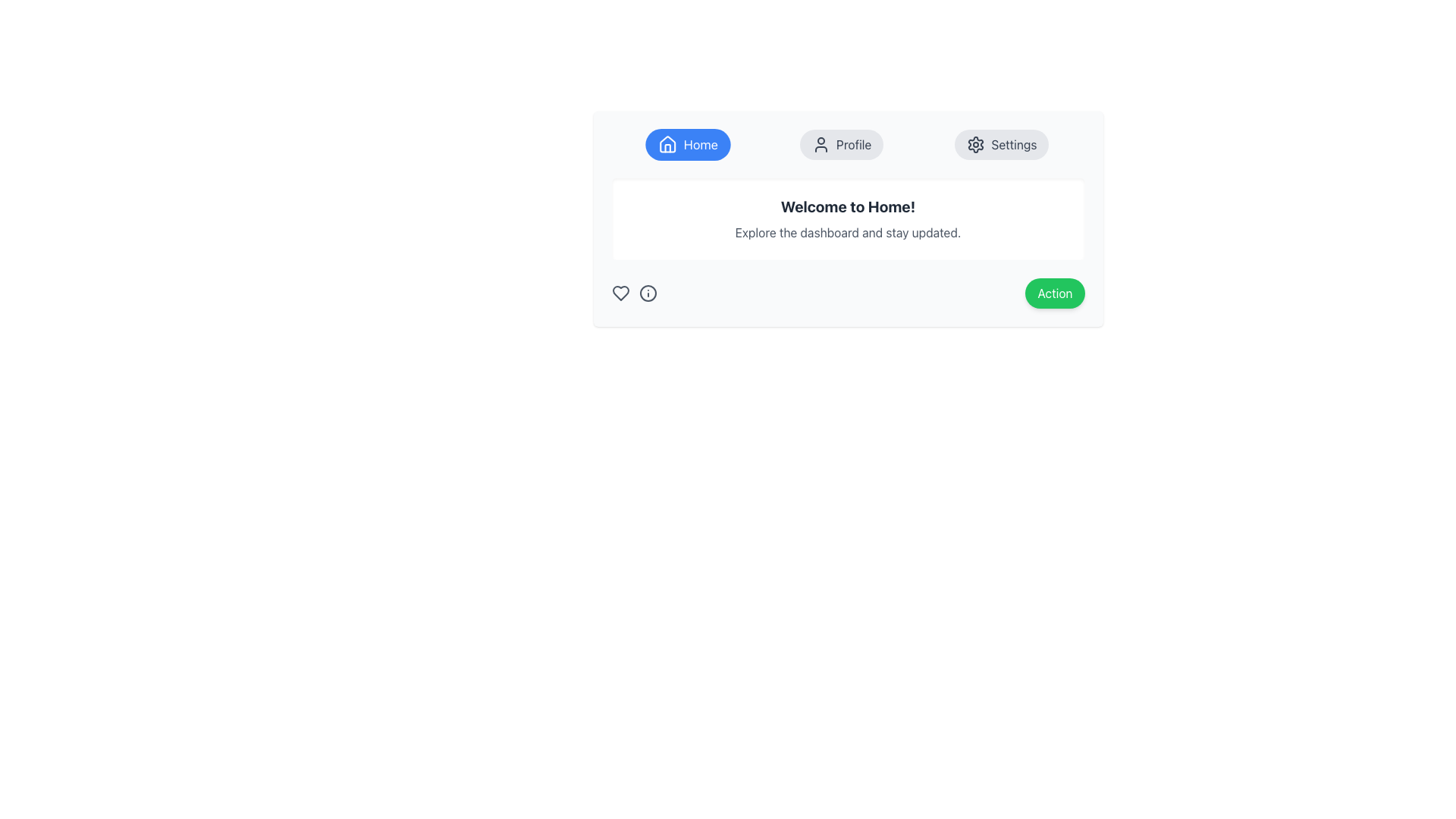  What do you see at coordinates (1001, 145) in the screenshot?
I see `the third button in the navigation bar located in the top-right corner` at bounding box center [1001, 145].